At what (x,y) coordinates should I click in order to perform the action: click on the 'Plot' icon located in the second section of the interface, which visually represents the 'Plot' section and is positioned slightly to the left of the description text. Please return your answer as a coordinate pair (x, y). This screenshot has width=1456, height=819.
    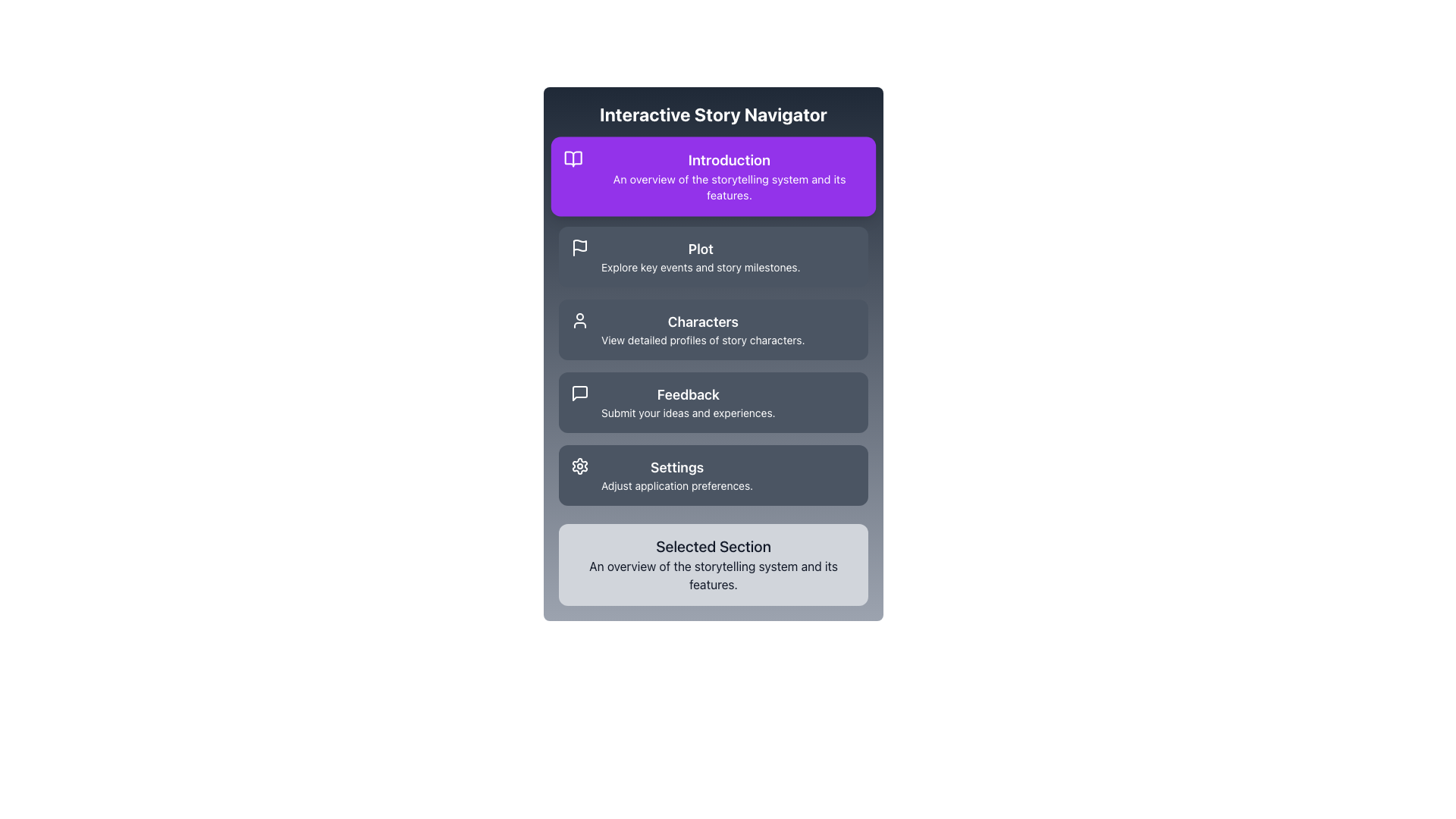
    Looking at the image, I should click on (579, 245).